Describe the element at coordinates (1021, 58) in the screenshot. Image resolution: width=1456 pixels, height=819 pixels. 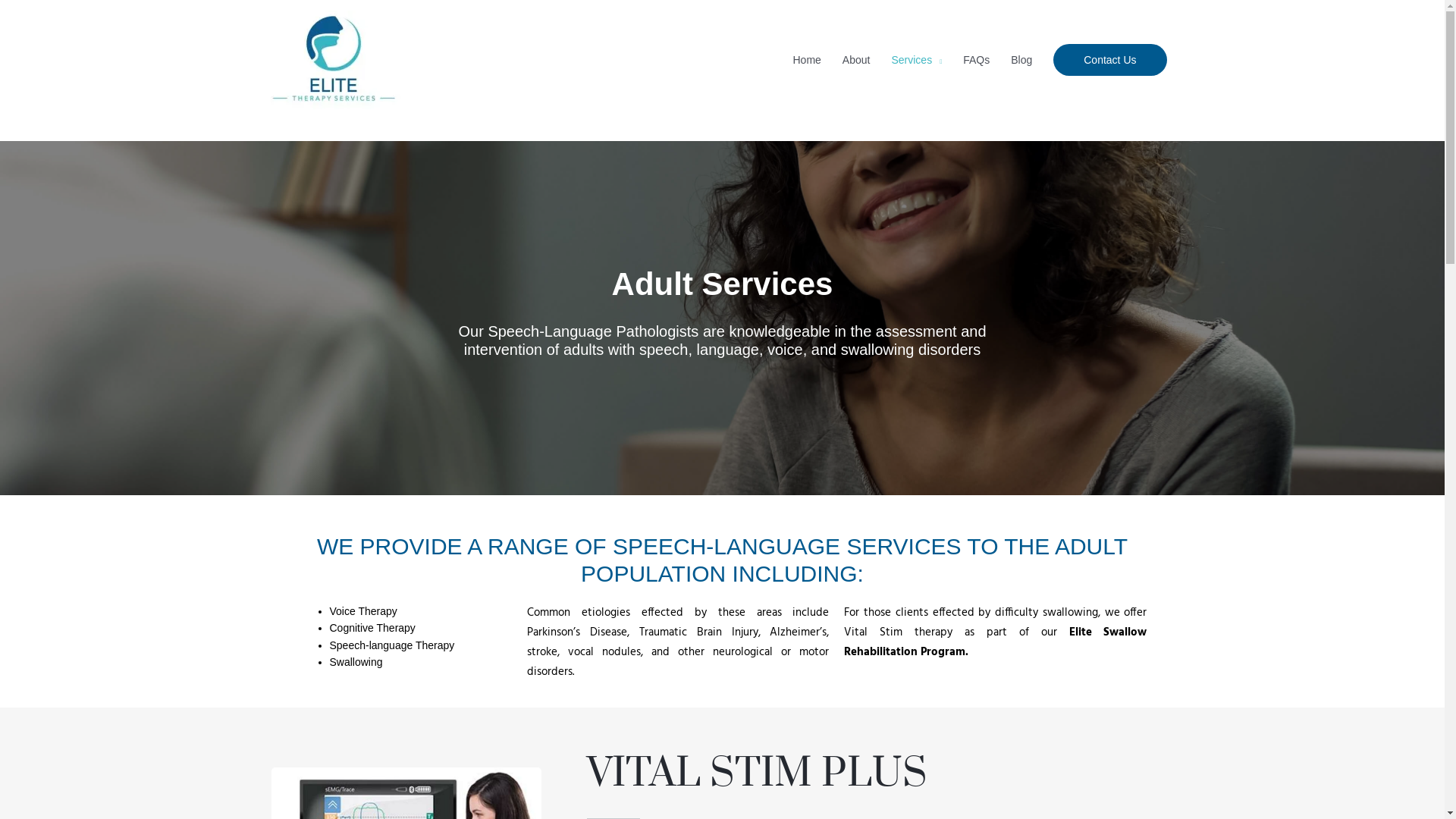
I see `'Blog'` at that location.